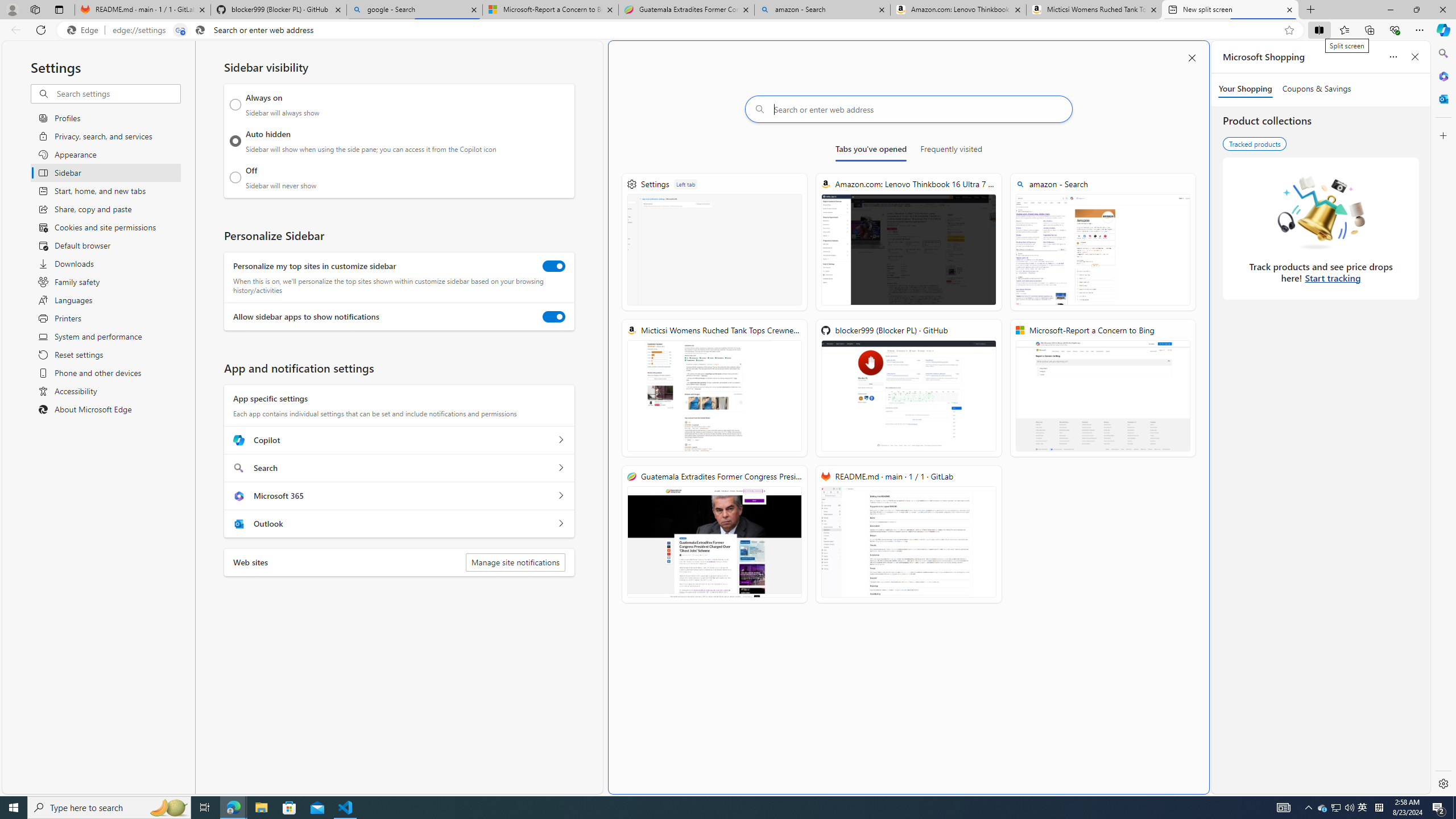 Image resolution: width=1456 pixels, height=819 pixels. Describe the element at coordinates (1389, 9) in the screenshot. I see `'Minimize'` at that location.